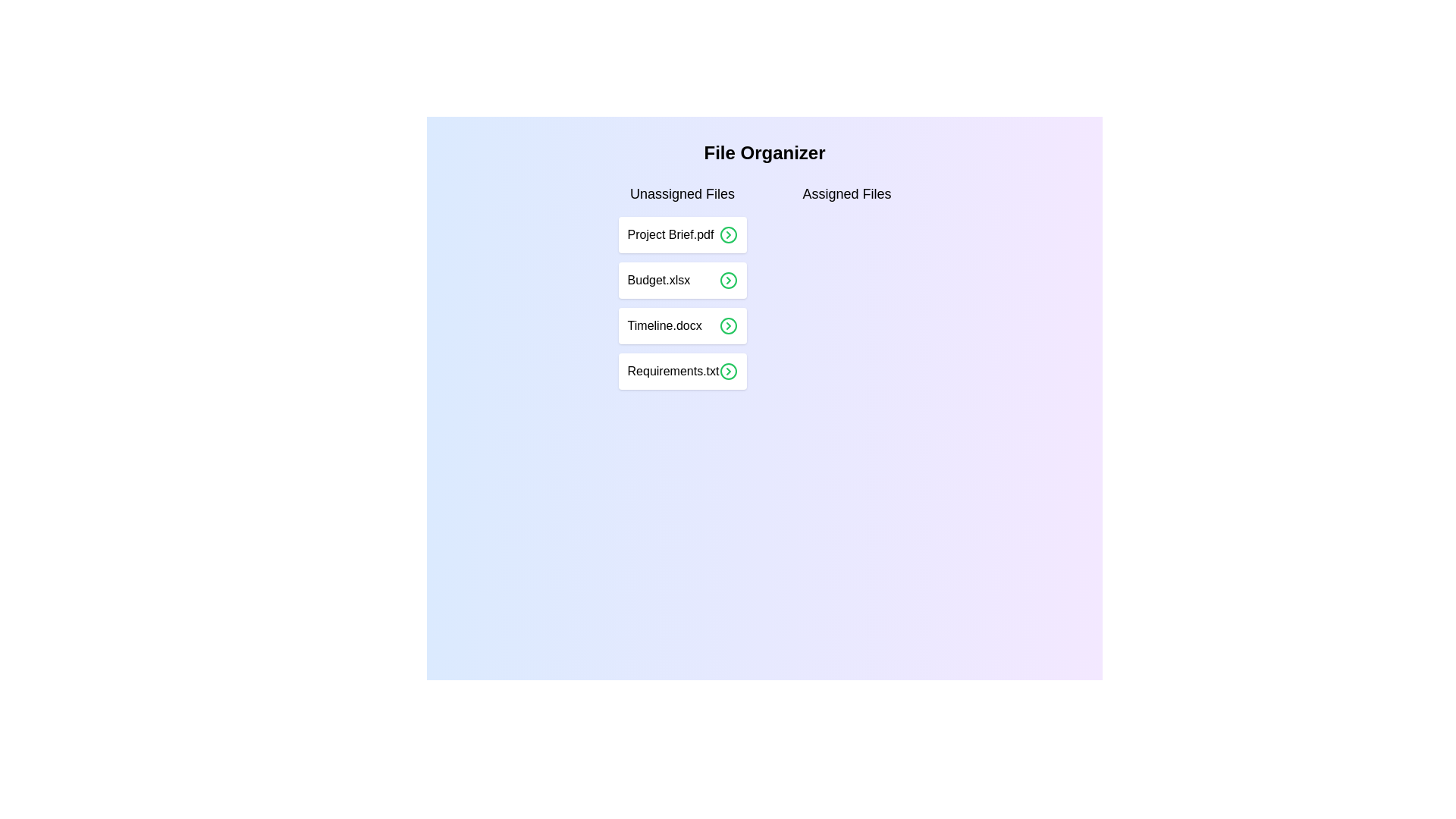  What do you see at coordinates (682, 234) in the screenshot?
I see `the name of a file in the 'Unassigned Files' list by selecting the file Project Brief.pdf` at bounding box center [682, 234].